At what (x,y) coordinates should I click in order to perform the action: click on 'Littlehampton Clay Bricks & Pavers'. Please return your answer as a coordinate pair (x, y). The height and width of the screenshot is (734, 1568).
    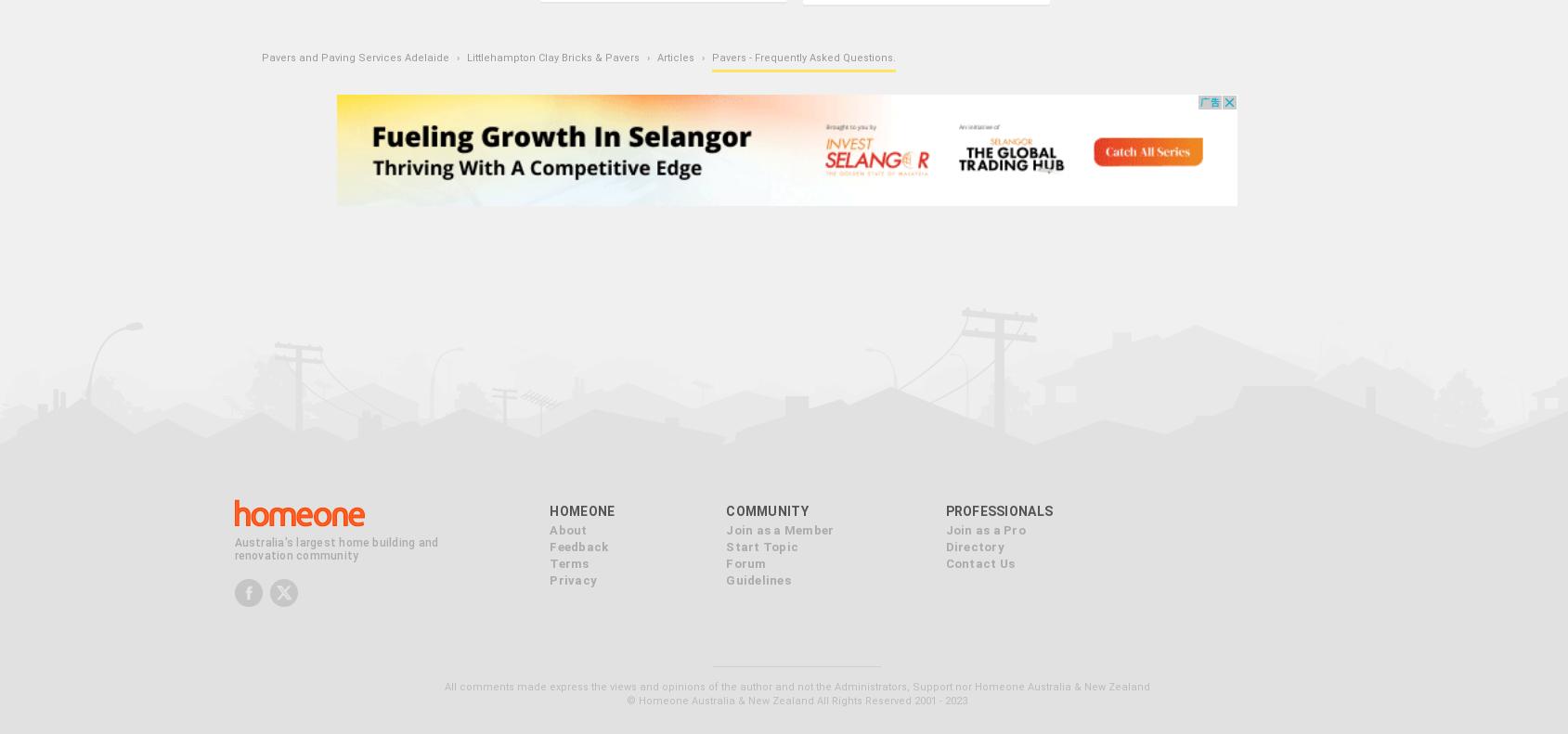
    Looking at the image, I should click on (551, 57).